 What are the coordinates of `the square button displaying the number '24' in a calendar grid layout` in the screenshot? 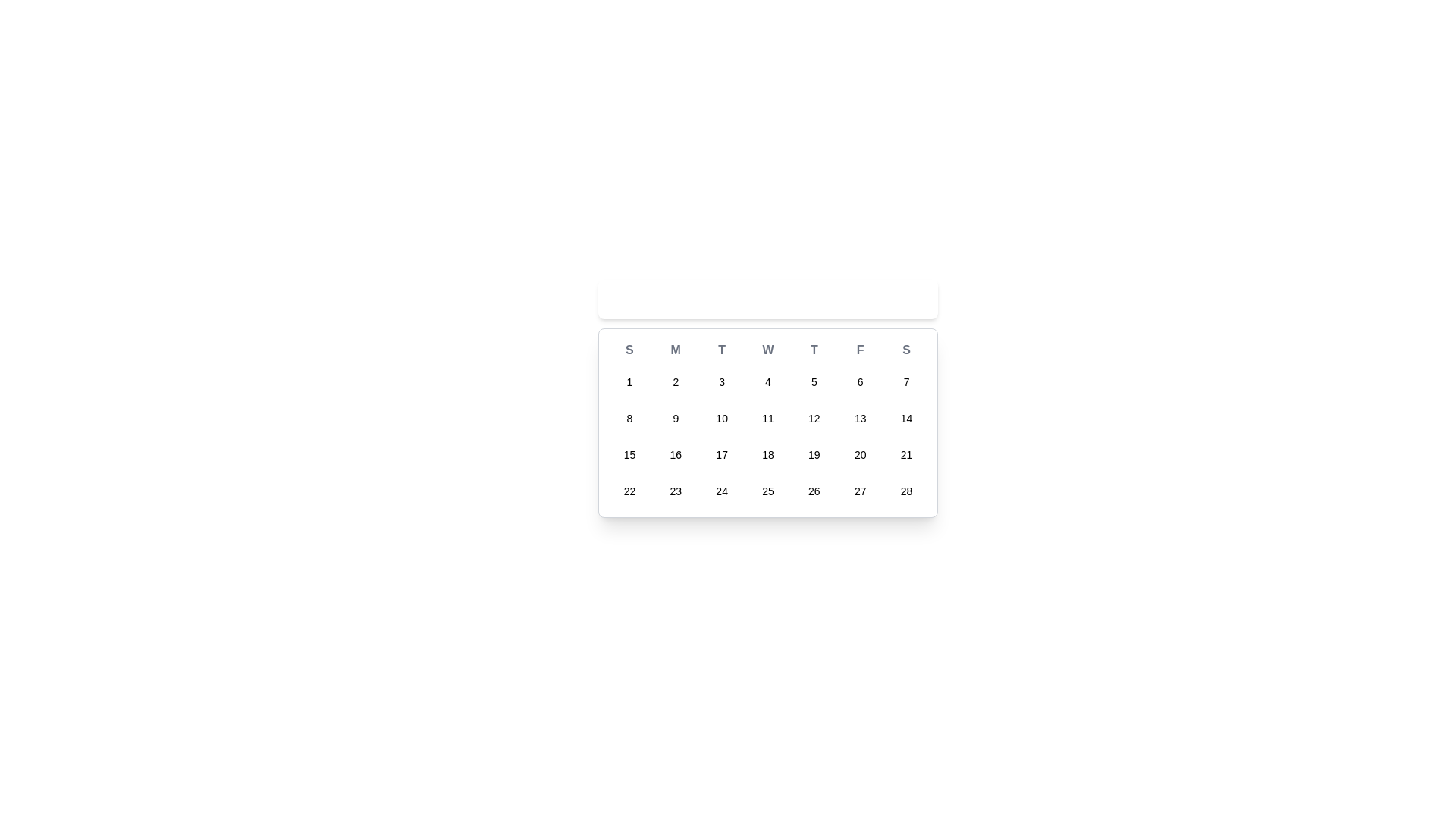 It's located at (721, 491).